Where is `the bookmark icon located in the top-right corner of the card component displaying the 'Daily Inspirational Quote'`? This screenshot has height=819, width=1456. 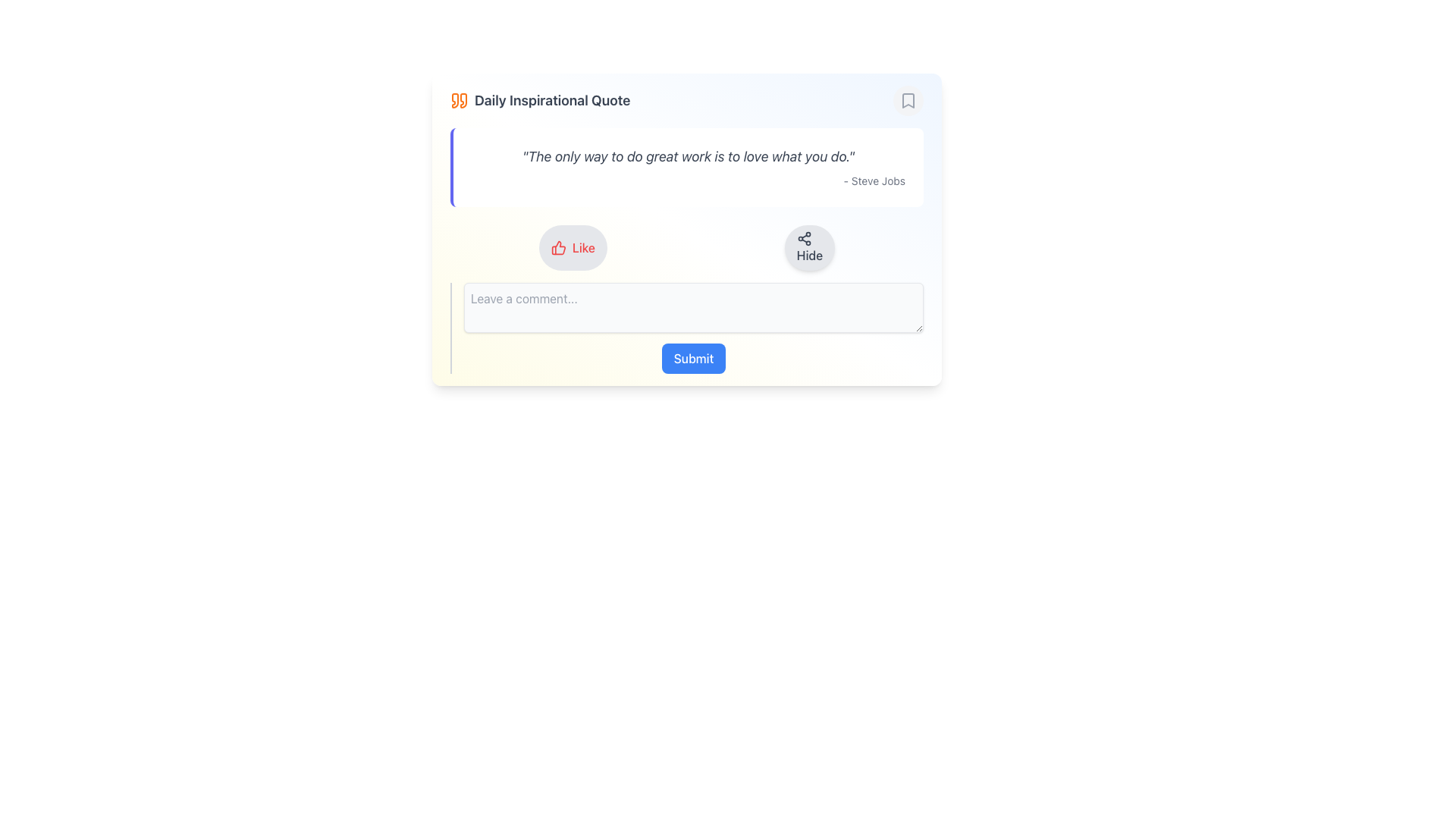 the bookmark icon located in the top-right corner of the card component displaying the 'Daily Inspirational Quote' is located at coordinates (908, 100).